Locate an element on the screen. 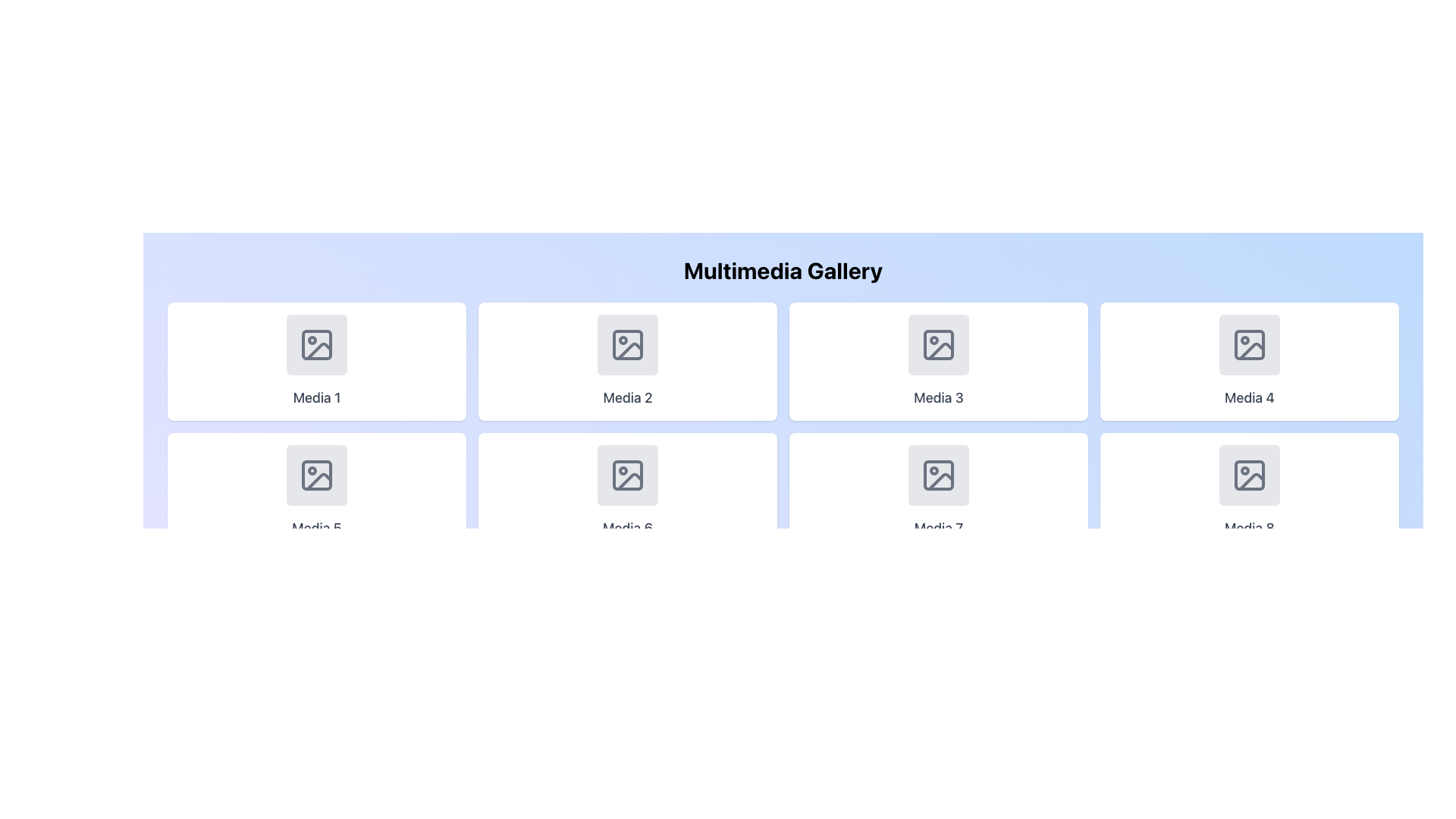 The height and width of the screenshot is (819, 1456). the 'Media 1' text label located in the first tile of the grid layout, which serves as a descriptive identifier for the associated media item is located at coordinates (315, 397).